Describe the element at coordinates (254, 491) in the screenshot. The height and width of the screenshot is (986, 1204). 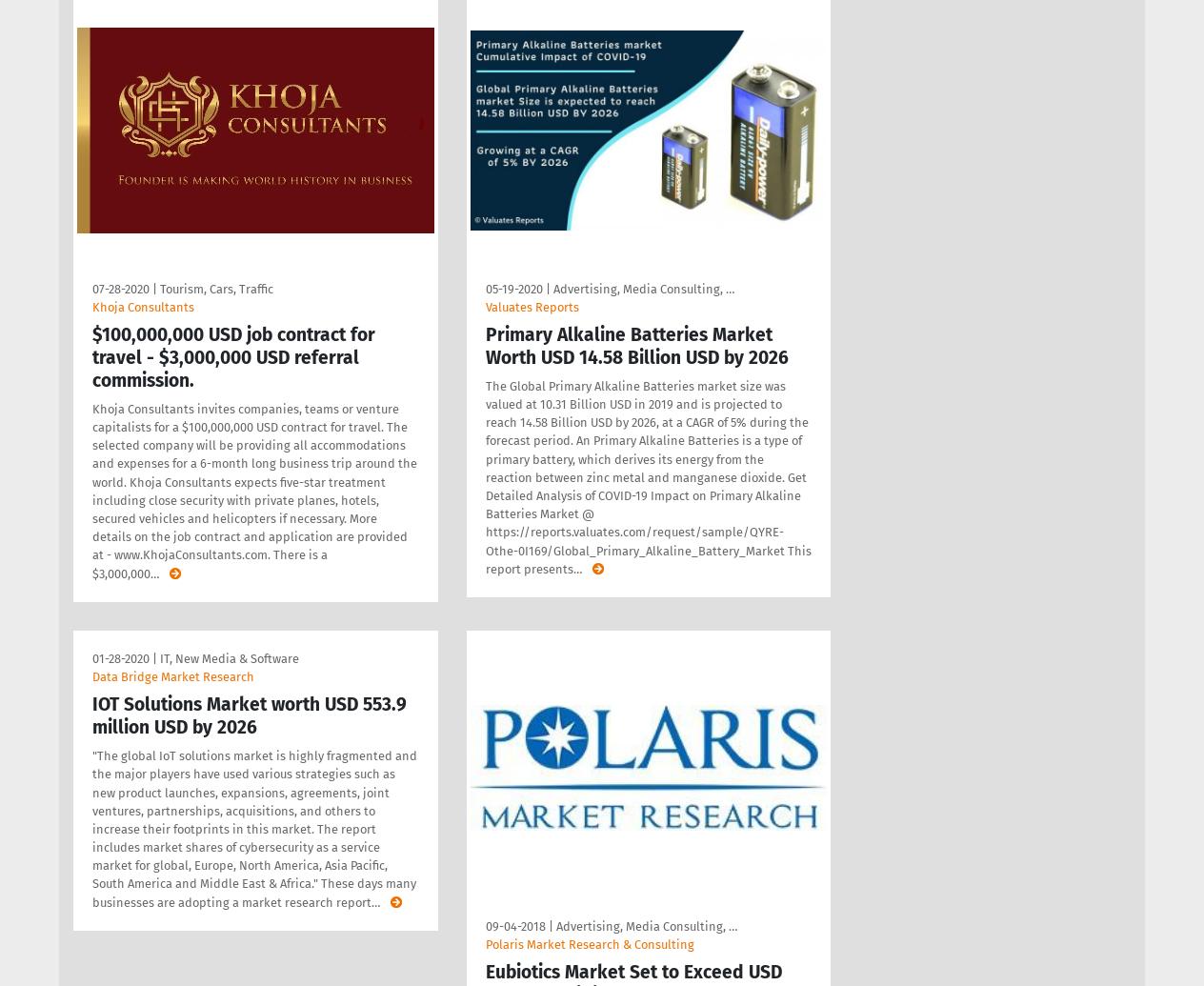
I see `'Khoja Consultants invites companies, teams or venture capitalists for a $100,000,000 USD contract for travel. The selected company will be providing all accommodations and expenses for a 6-month long business trip around the world. Khoja Consultants expects five-star treatment including close security with private planes, hotels, secured vehicles and helicopters if necessary.  More details on the job contract and application are provided at -  www.KhojaConsultants.com.

There is a $3,000,000'` at that location.